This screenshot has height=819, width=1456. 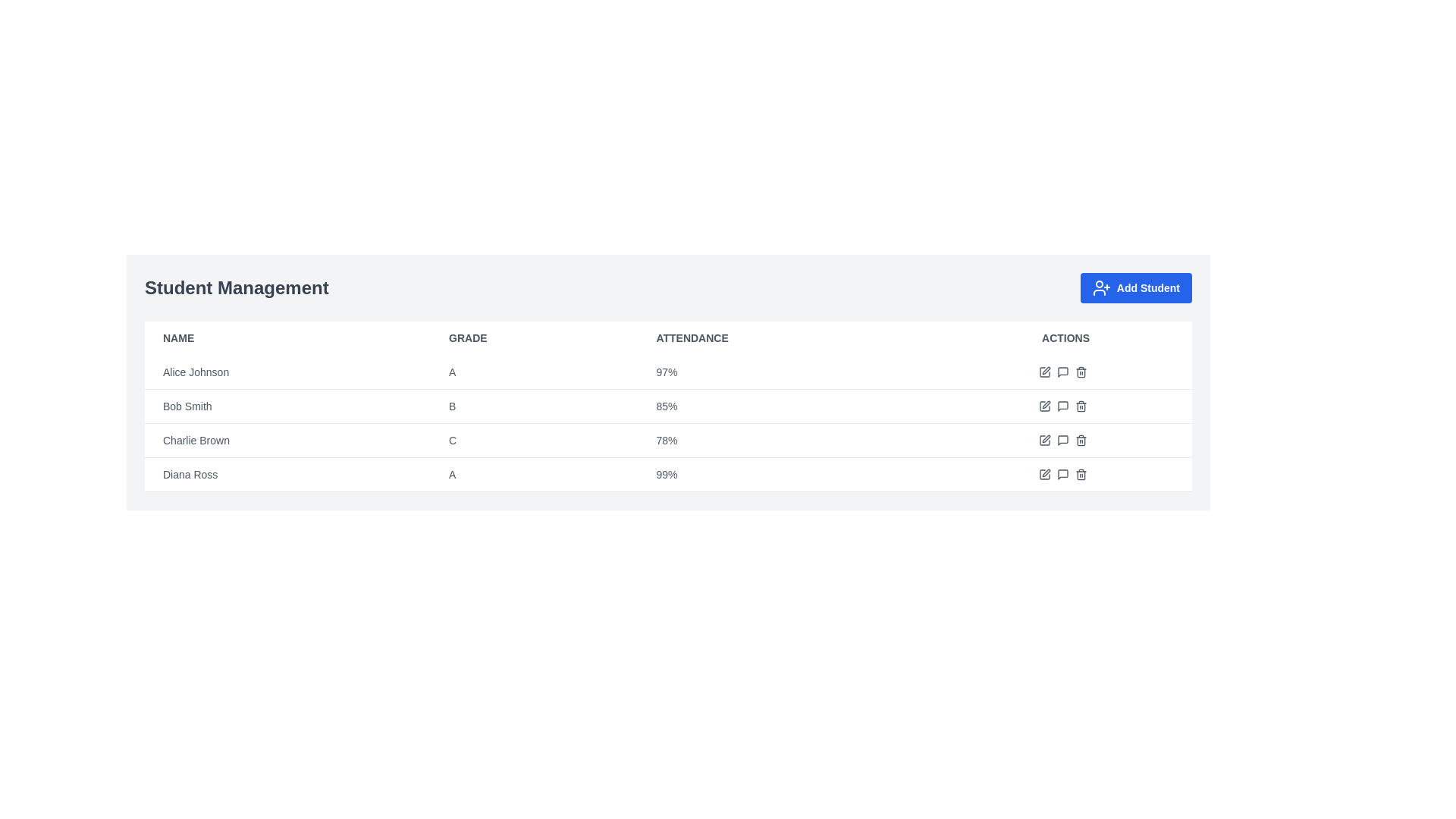 I want to click on the speech bubble icon in the 'Actions' column for 'Charlie Brown', so click(x=1062, y=441).